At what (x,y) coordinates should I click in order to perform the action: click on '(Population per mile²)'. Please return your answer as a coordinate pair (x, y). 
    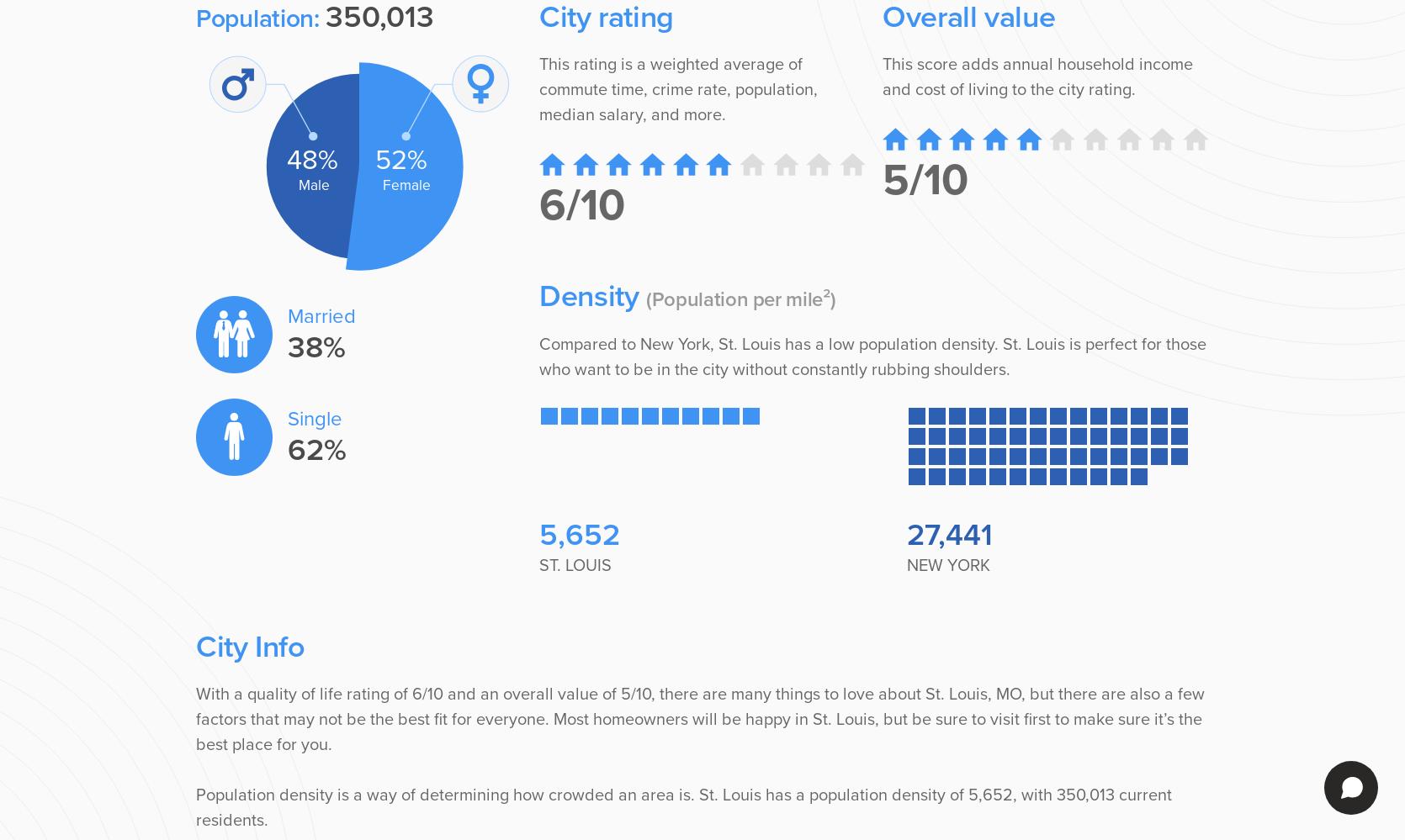
    Looking at the image, I should click on (740, 299).